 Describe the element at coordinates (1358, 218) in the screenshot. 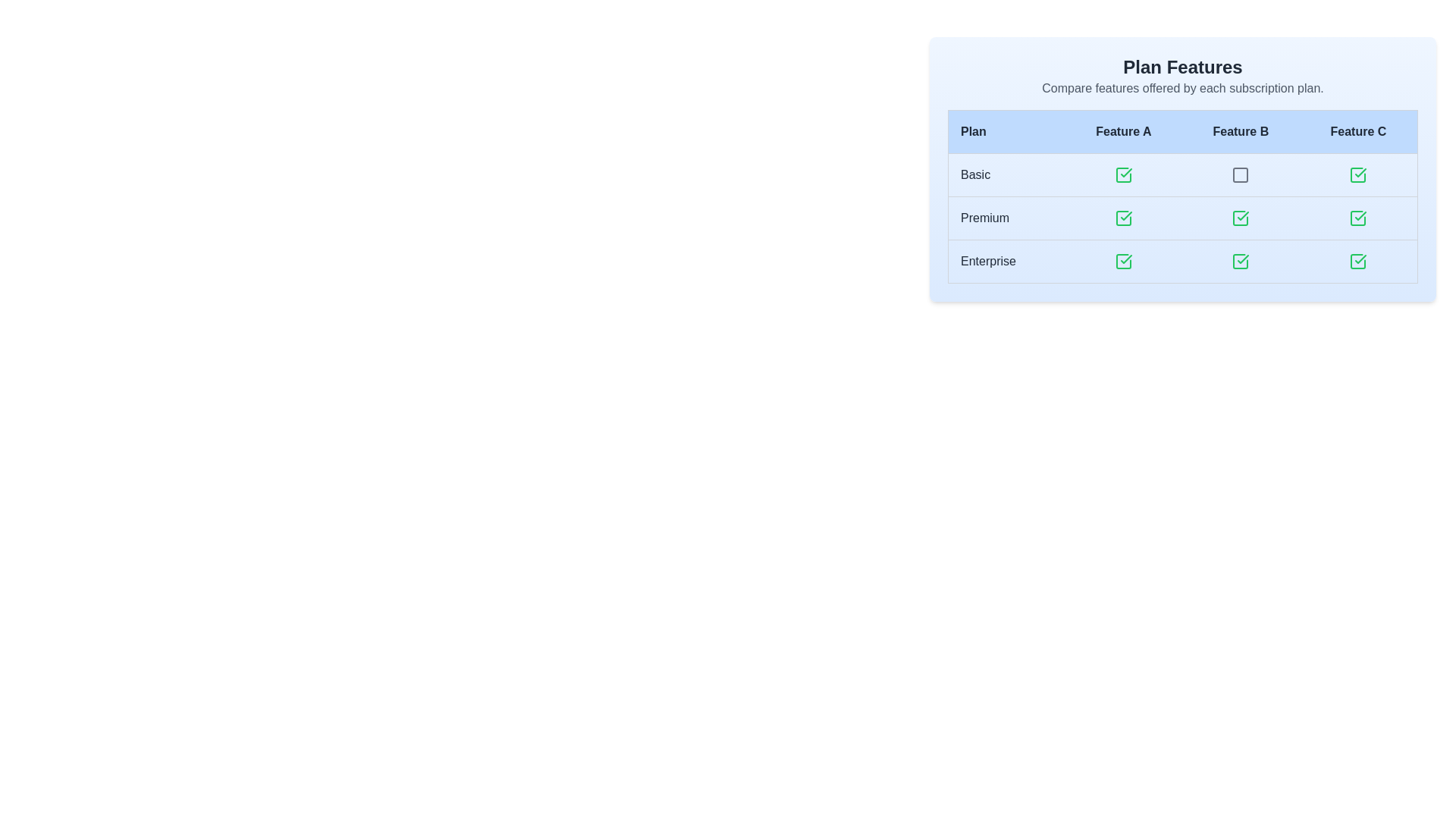

I see `the outlined green checkbox icon with a tick mark inside, located in the 'Premium' plan row under the 'Feature C' column` at that location.